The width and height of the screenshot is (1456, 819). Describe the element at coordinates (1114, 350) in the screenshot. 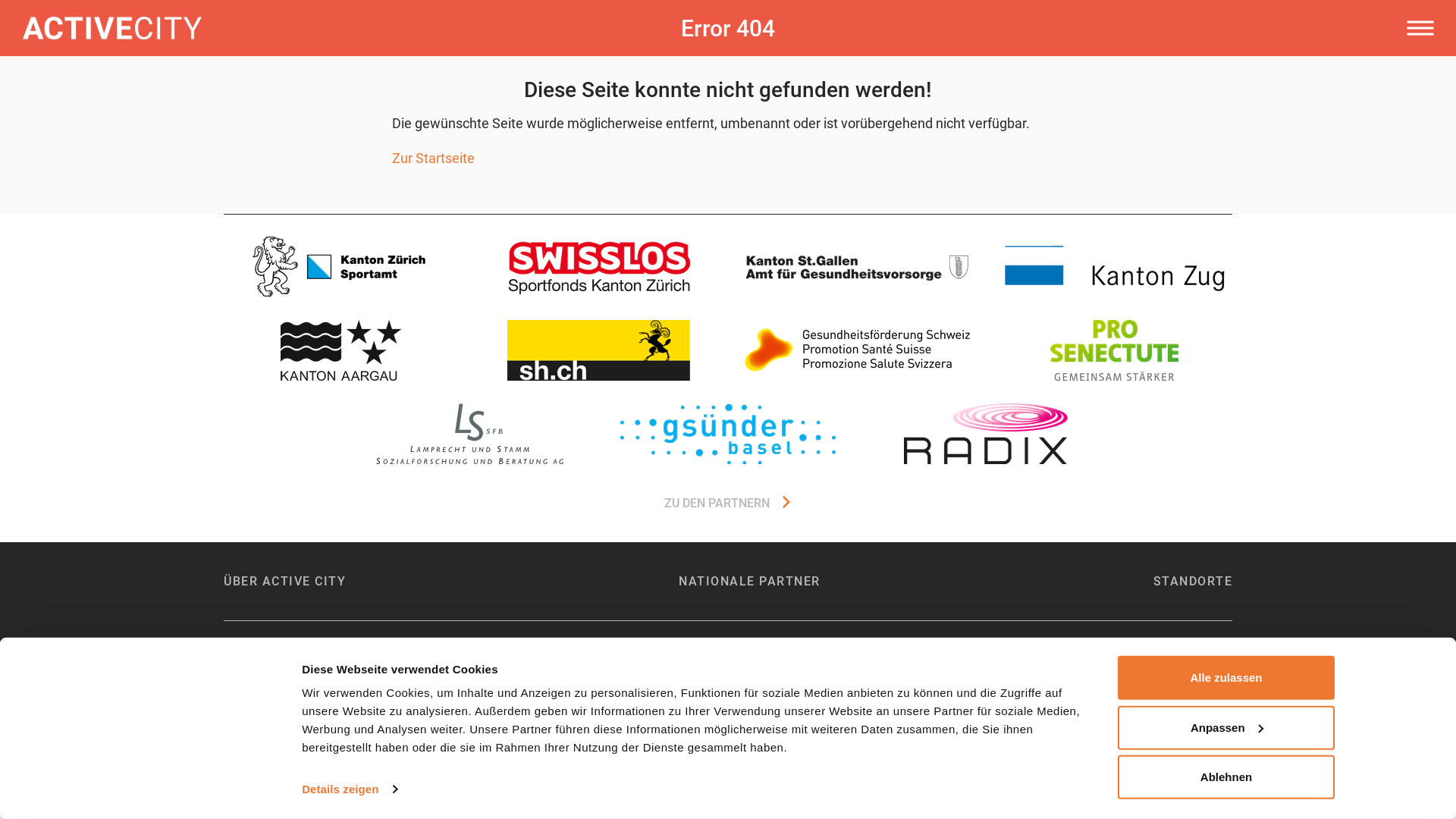

I see `'Pro Senectute Schweiz'` at that location.